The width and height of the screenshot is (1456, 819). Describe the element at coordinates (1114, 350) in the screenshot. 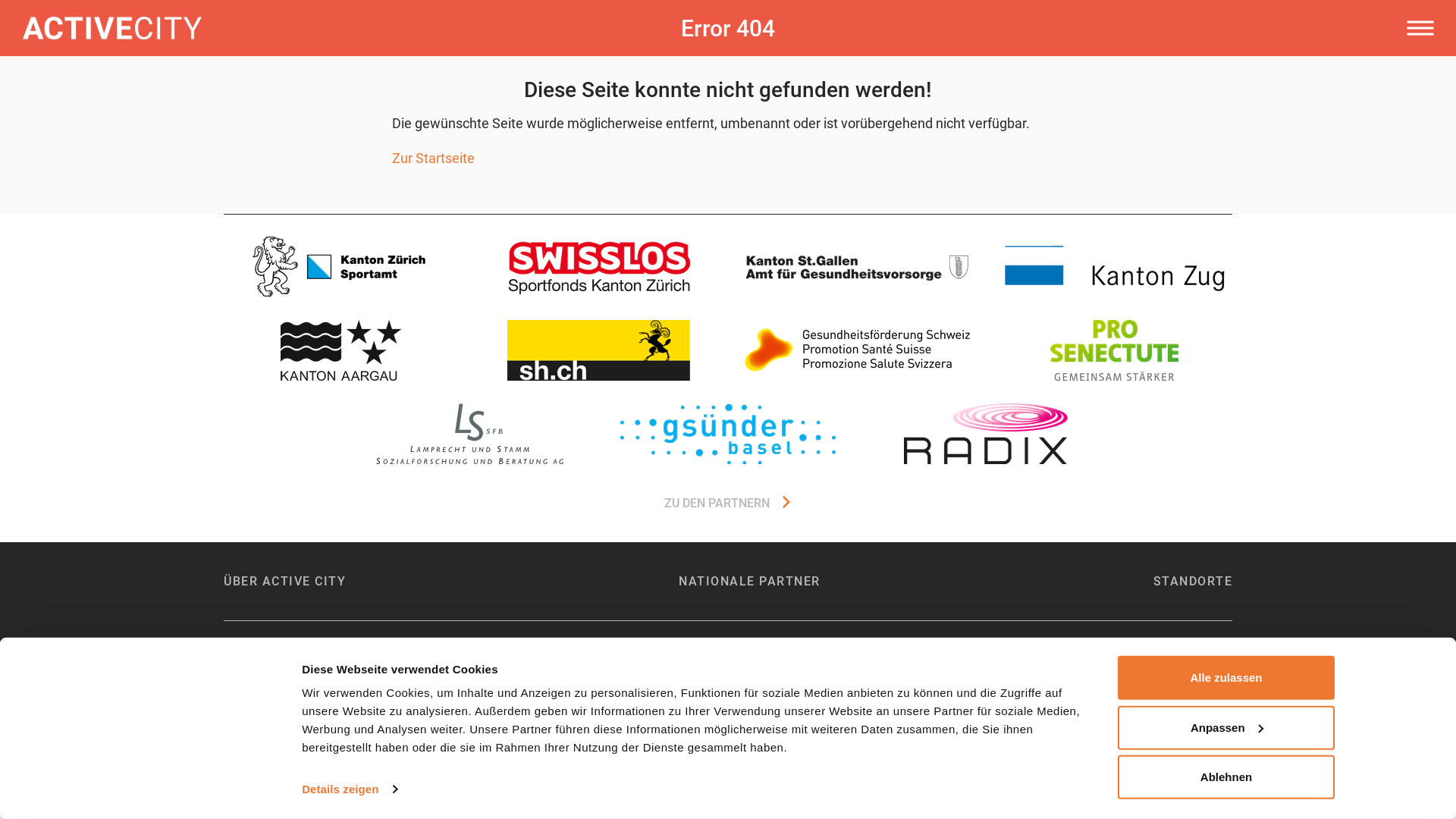

I see `'Pro Senectute Schweiz'` at that location.